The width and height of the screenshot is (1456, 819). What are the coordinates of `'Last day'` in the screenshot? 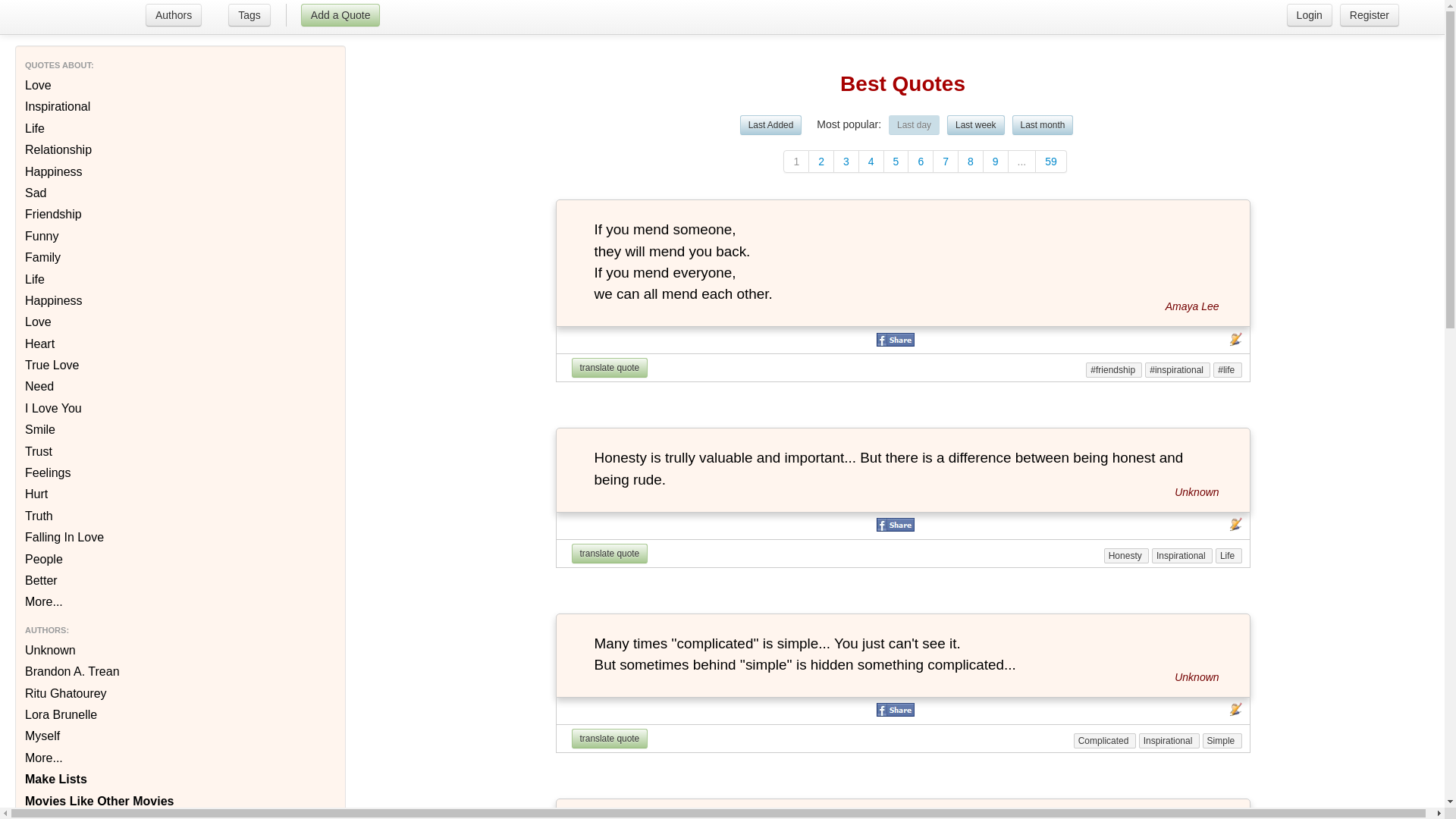 It's located at (913, 124).